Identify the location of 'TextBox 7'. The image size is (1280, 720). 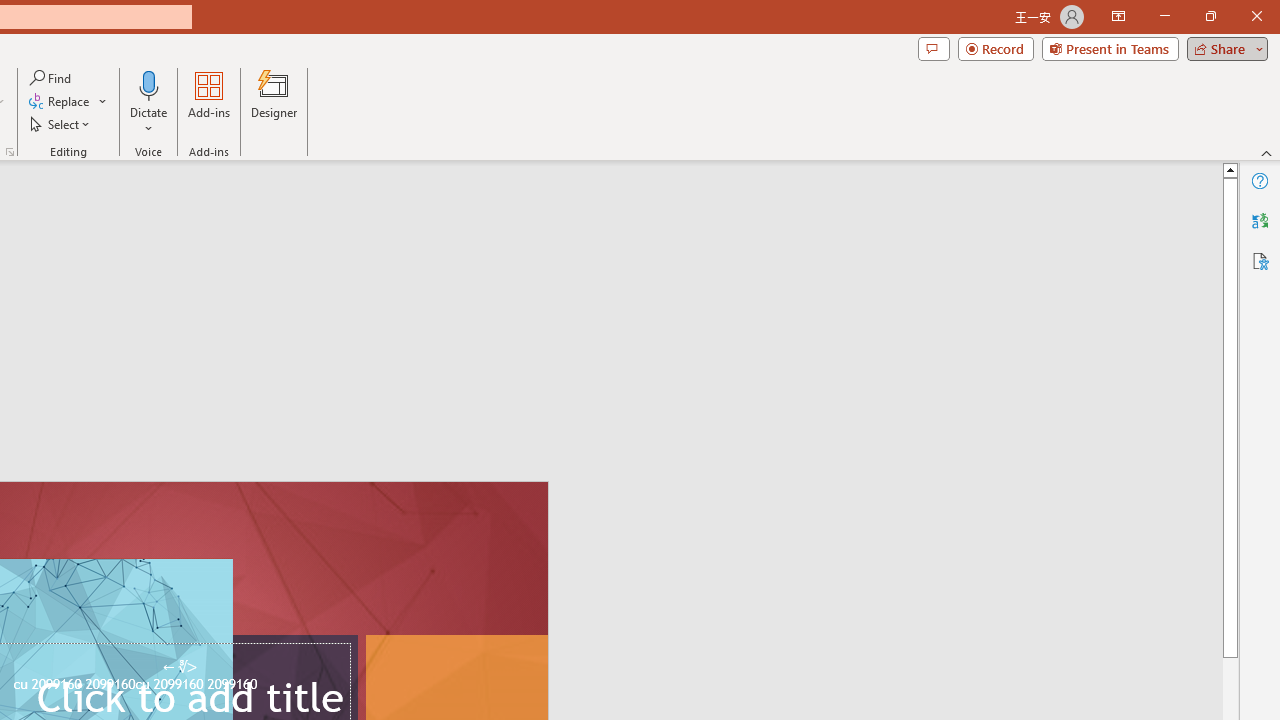
(179, 667).